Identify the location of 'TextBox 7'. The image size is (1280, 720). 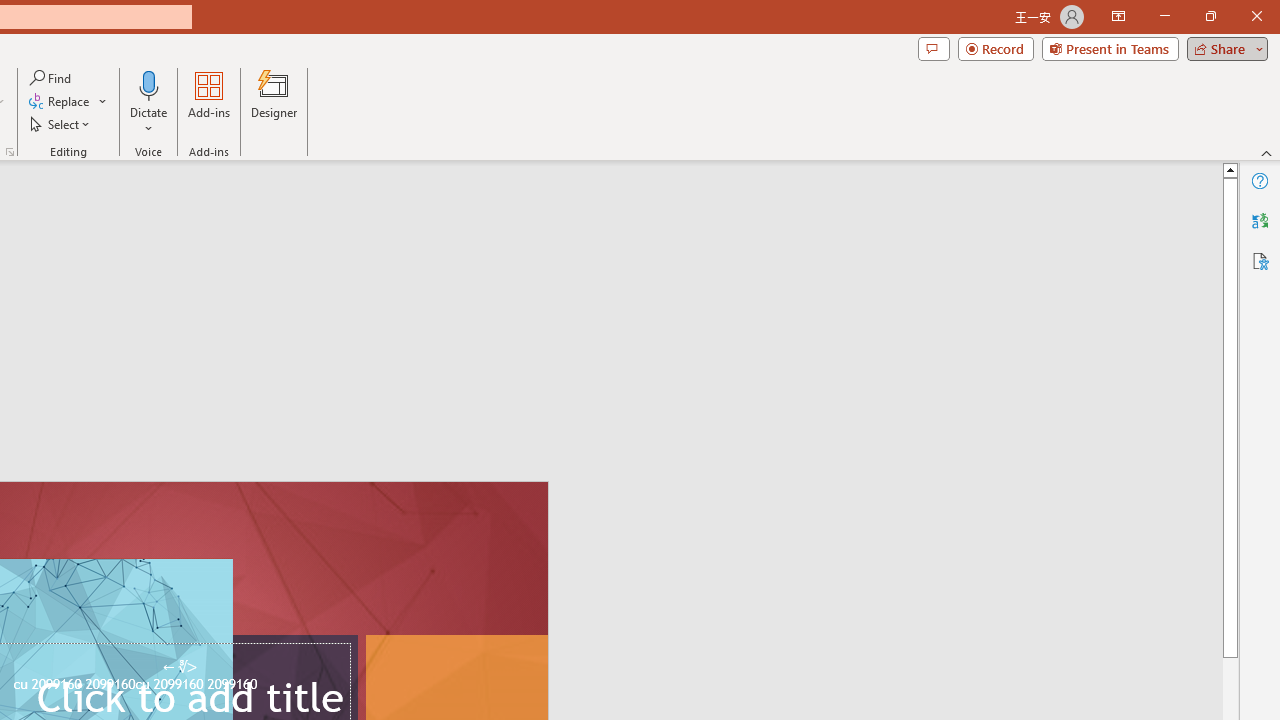
(179, 667).